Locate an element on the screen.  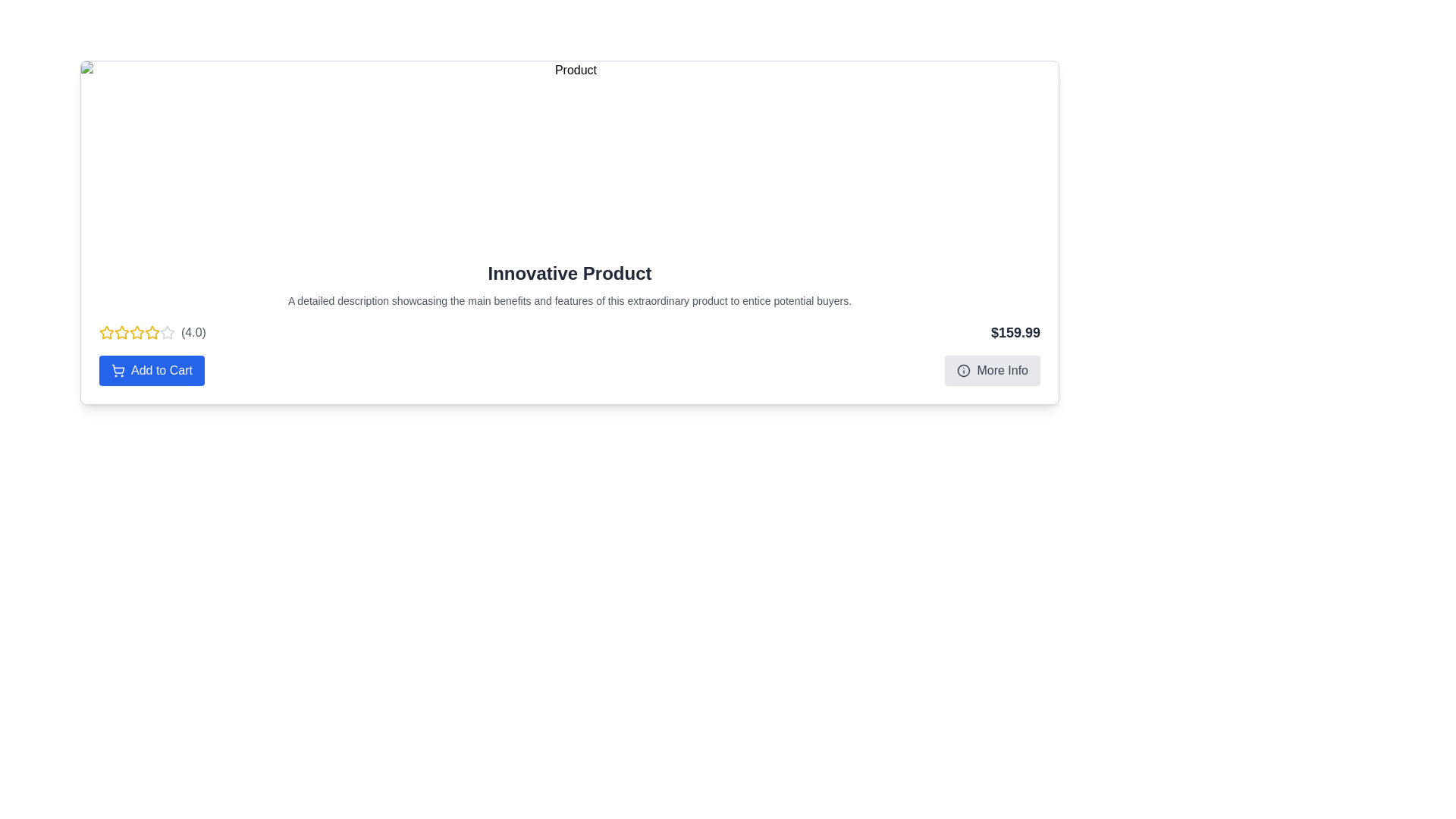
the 'Add to Cart' button that contains the shopping cart icon, which is styled in white against a blue background is located at coordinates (118, 371).